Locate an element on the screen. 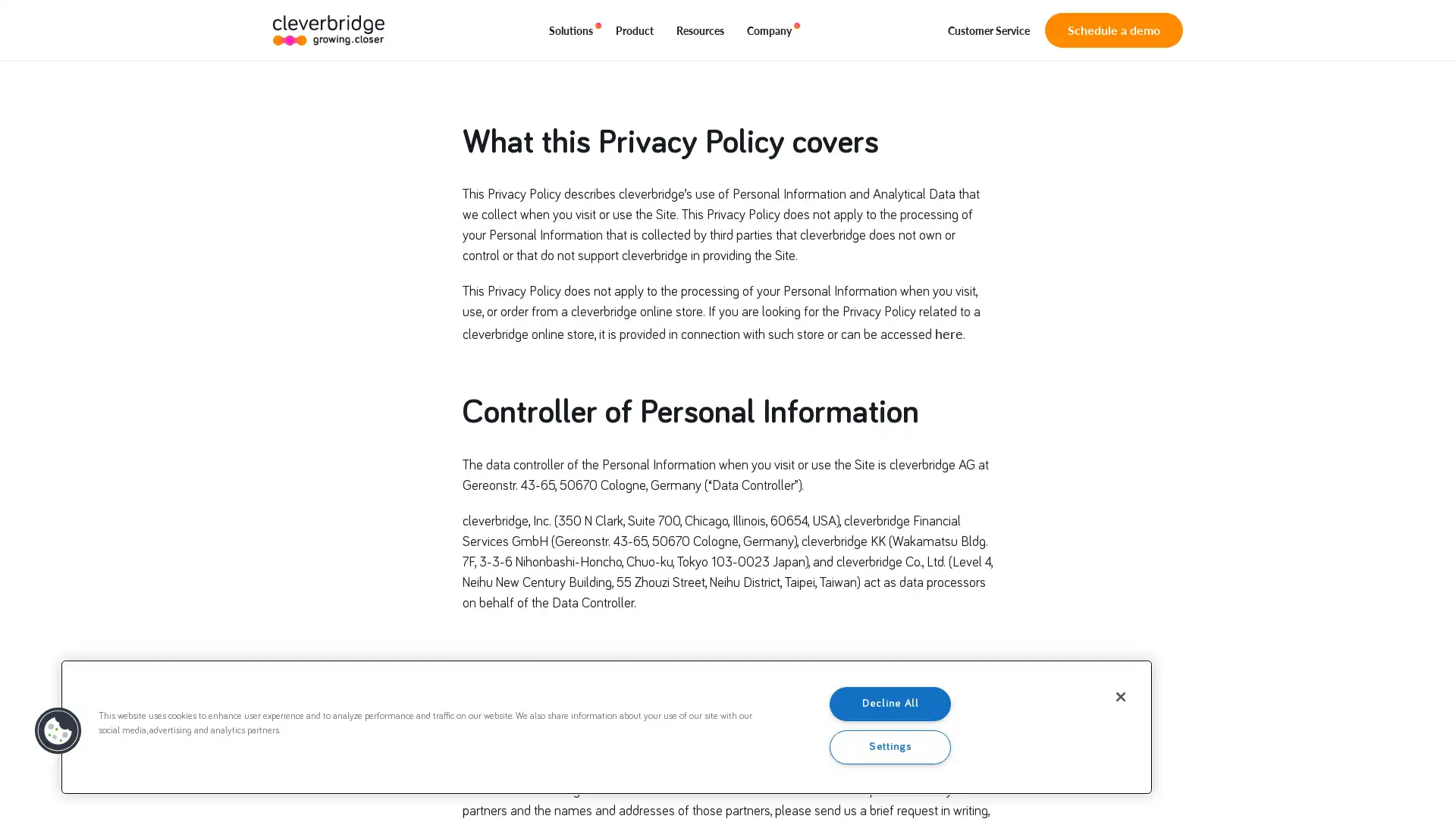 This screenshot has height=819, width=1456. Close is located at coordinates (1121, 696).